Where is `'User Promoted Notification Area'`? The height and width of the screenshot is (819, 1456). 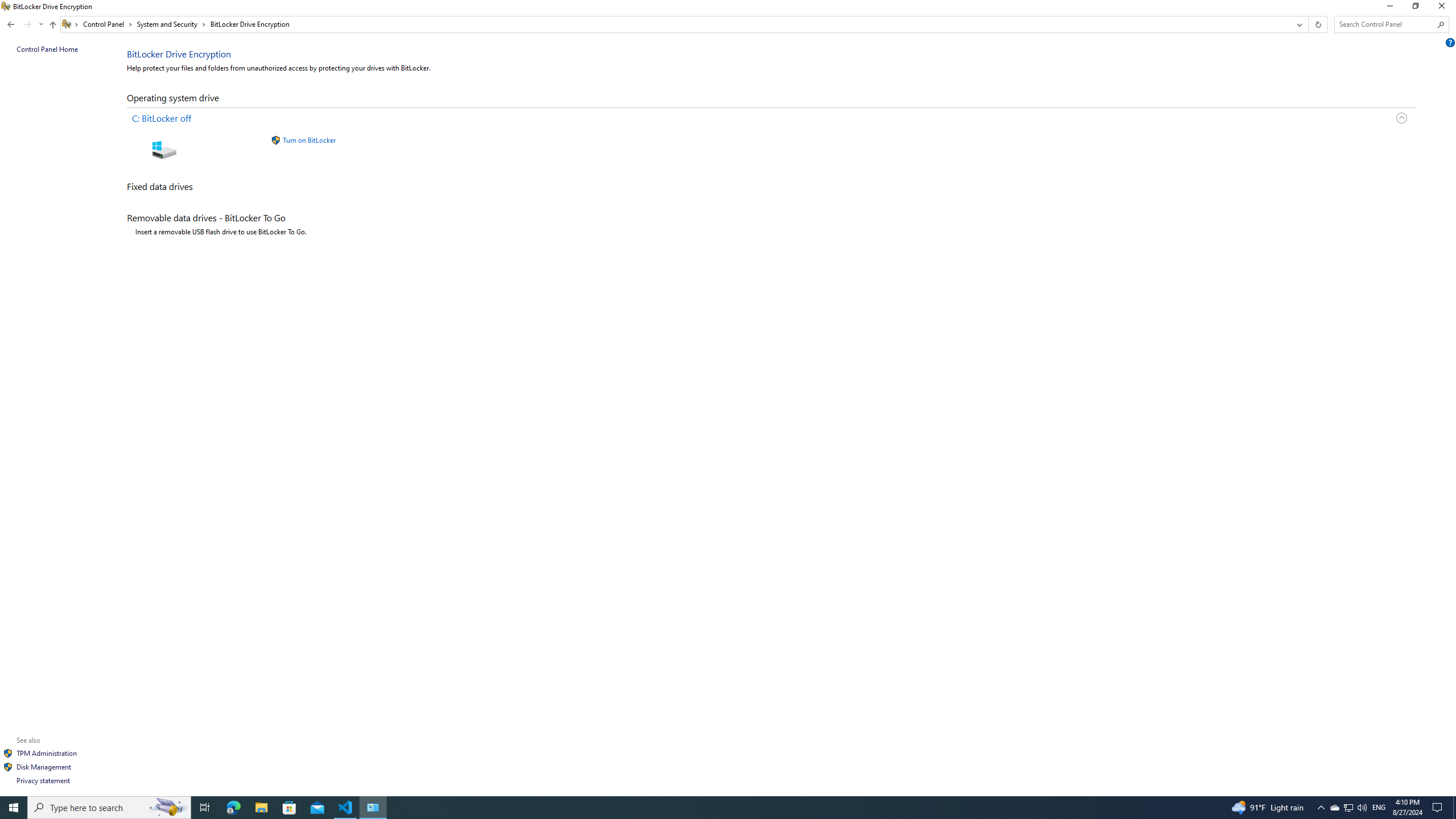
'User Promoted Notification Area' is located at coordinates (1347, 806).